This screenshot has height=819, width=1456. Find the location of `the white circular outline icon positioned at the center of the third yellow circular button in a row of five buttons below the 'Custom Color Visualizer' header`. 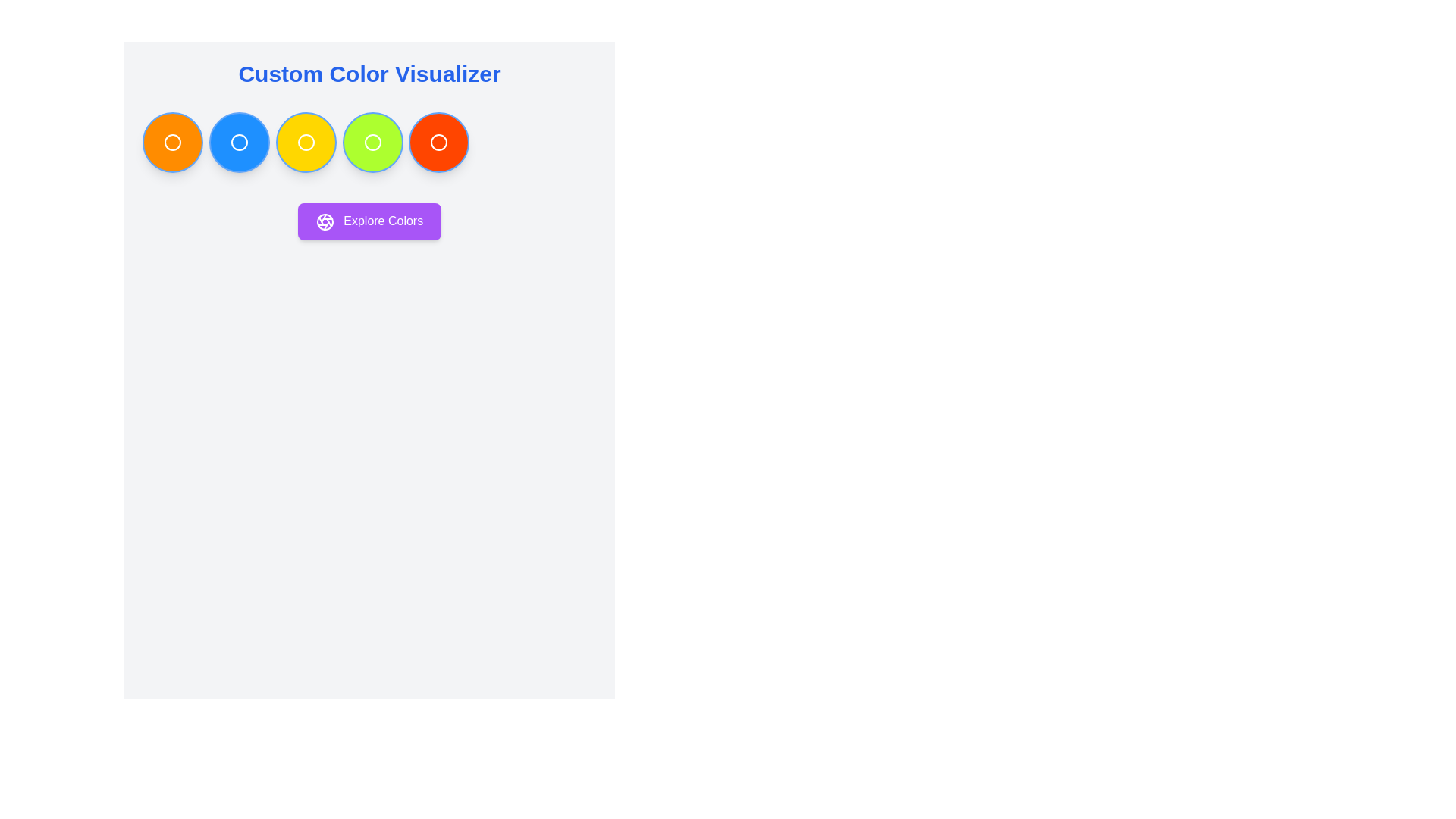

the white circular outline icon positioned at the center of the third yellow circular button in a row of five buttons below the 'Custom Color Visualizer' header is located at coordinates (305, 143).